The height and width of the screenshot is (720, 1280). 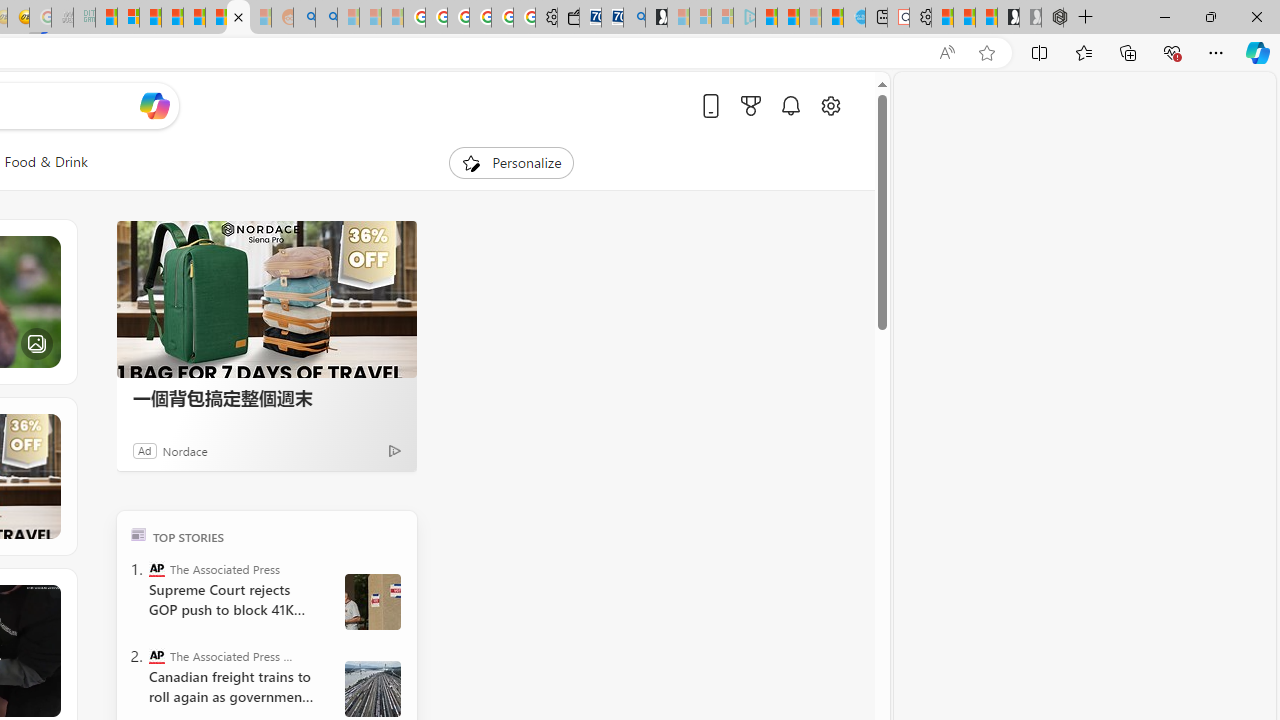 What do you see at coordinates (1085, 17) in the screenshot?
I see `'New Tab'` at bounding box center [1085, 17].